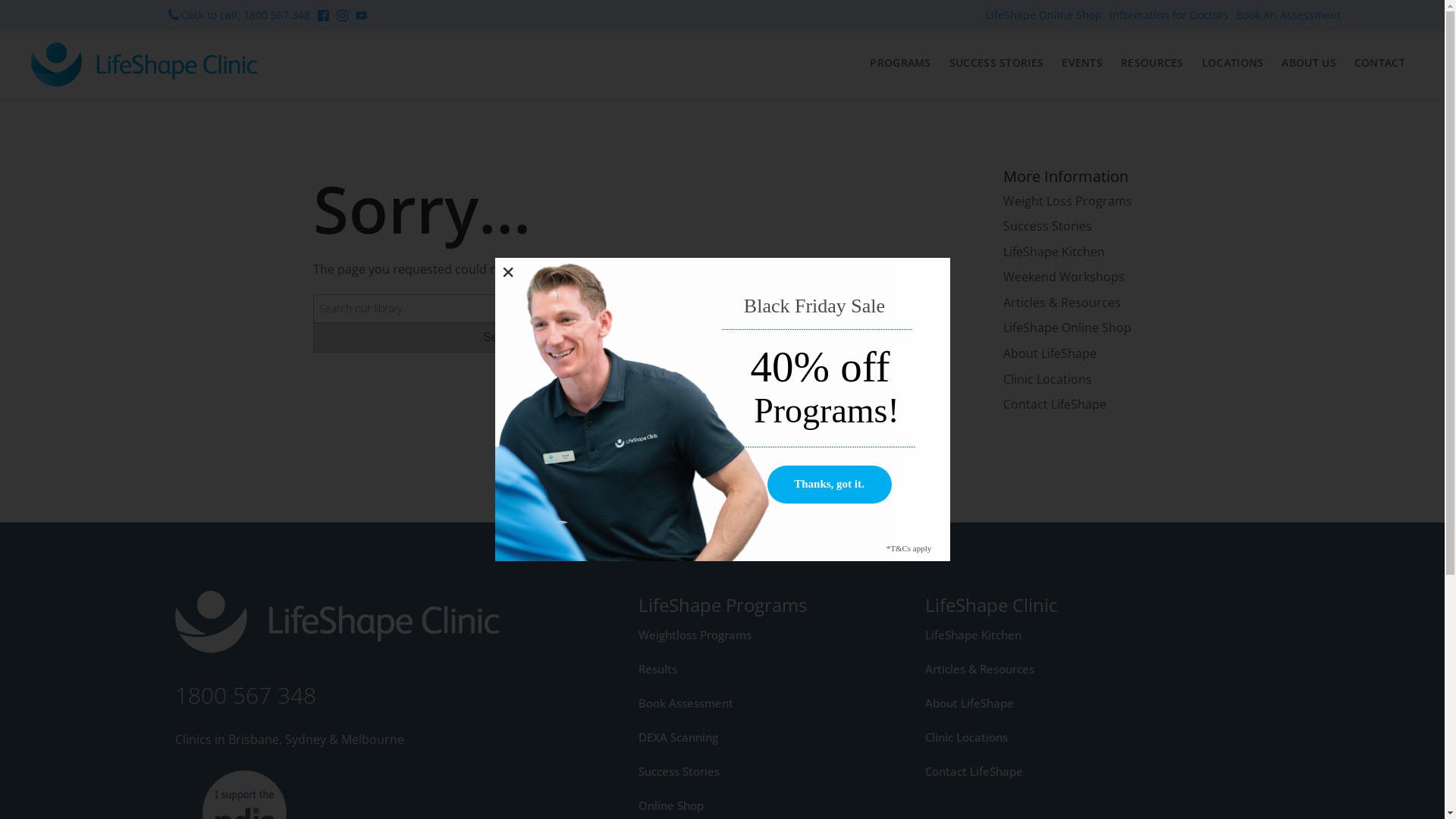 Image resolution: width=1456 pixels, height=819 pixels. Describe the element at coordinates (246, 695) in the screenshot. I see `'1800 567 348'` at that location.